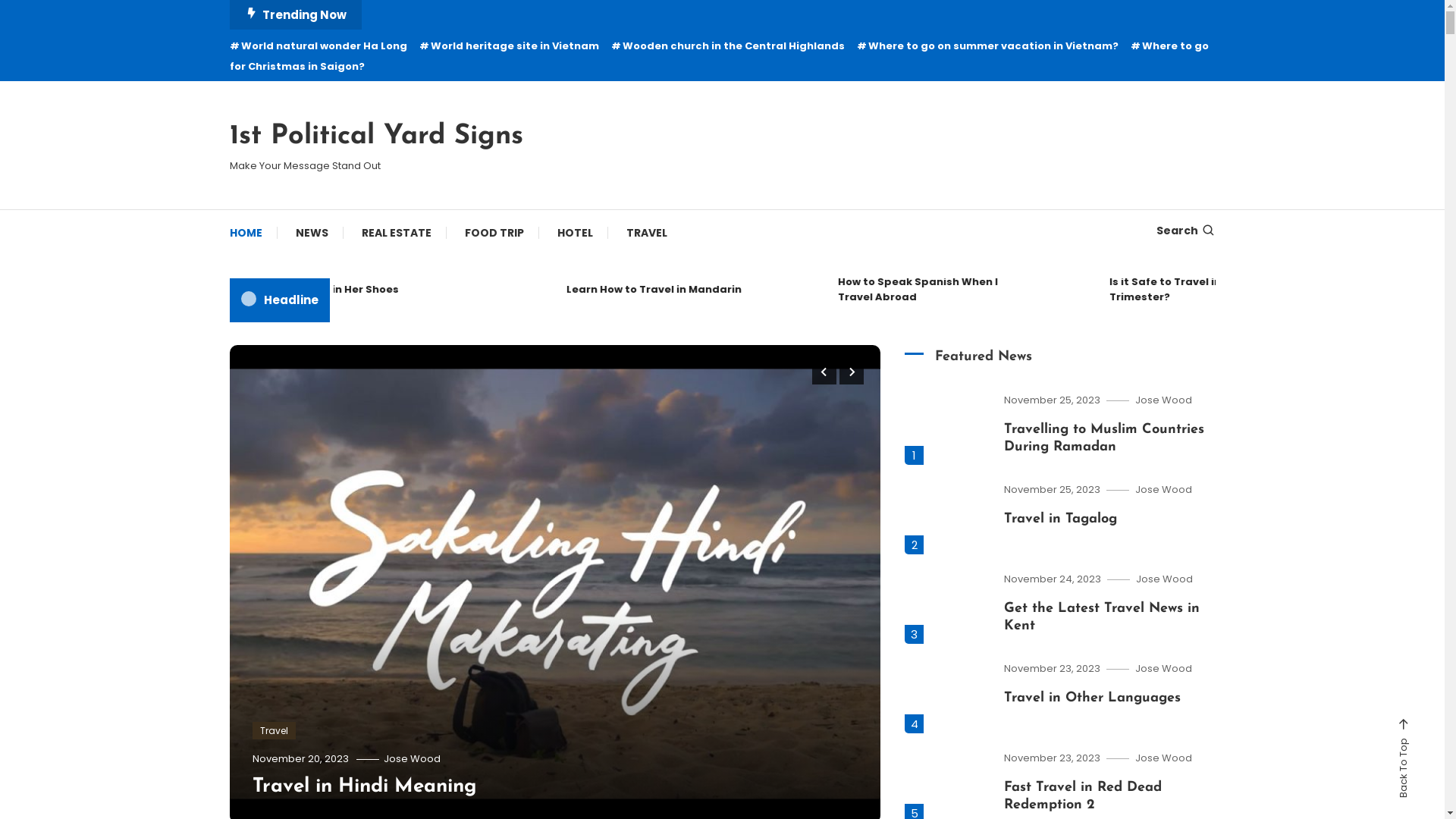 The width and height of the screenshot is (1456, 819). What do you see at coordinates (573, 233) in the screenshot?
I see `'HOTEL'` at bounding box center [573, 233].